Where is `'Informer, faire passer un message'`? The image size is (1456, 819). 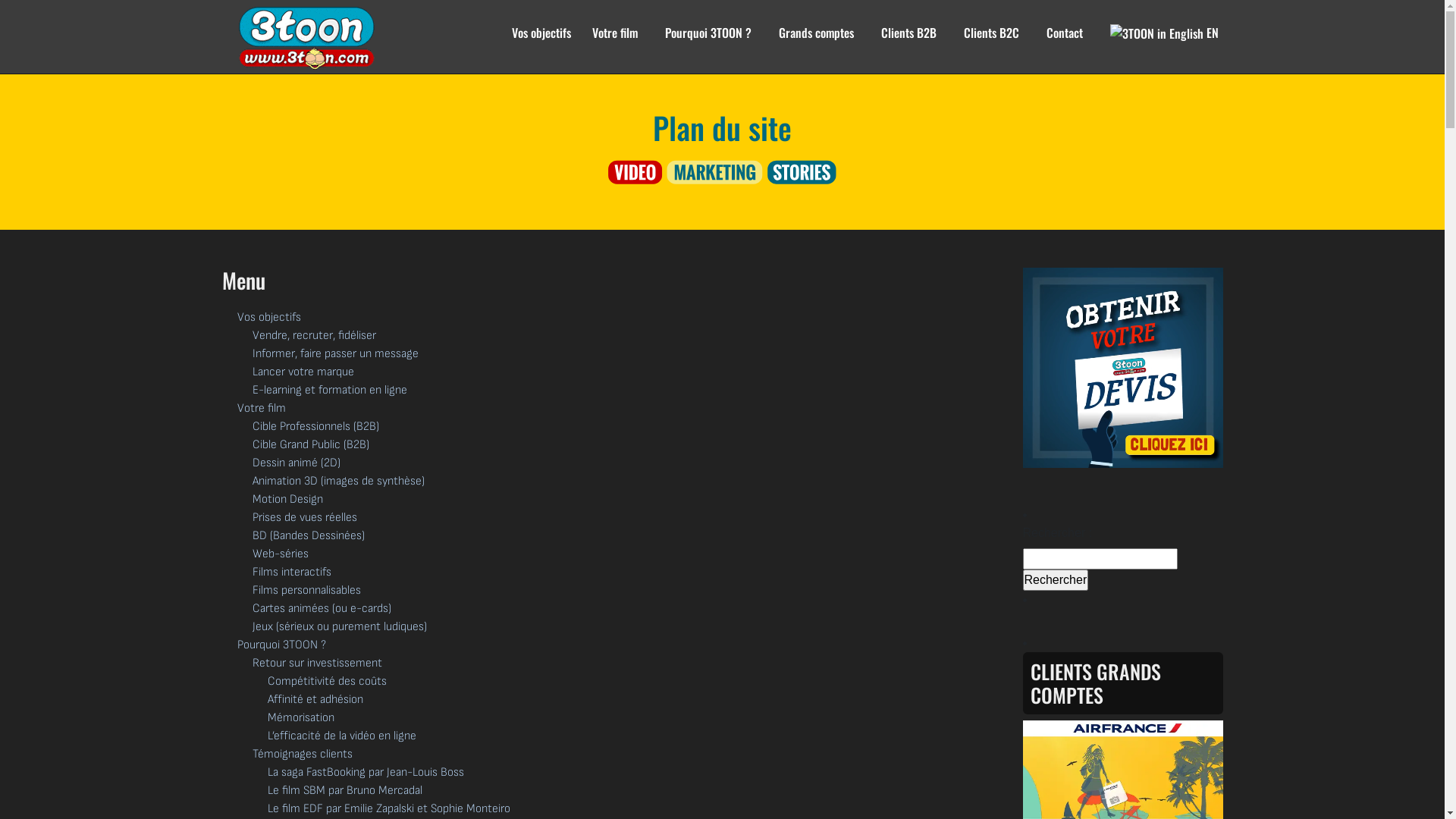
'Informer, faire passer un message' is located at coordinates (251, 353).